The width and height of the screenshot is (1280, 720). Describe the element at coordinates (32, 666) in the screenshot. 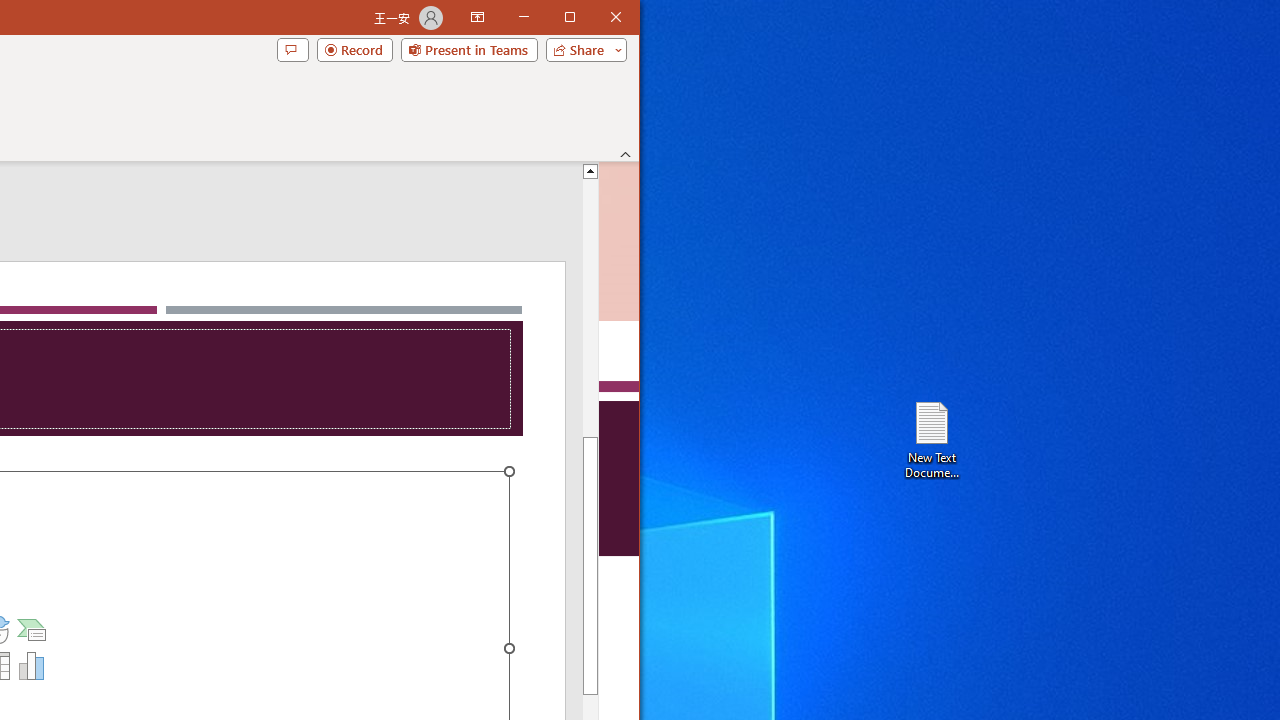

I see `'Insert Chart'` at that location.